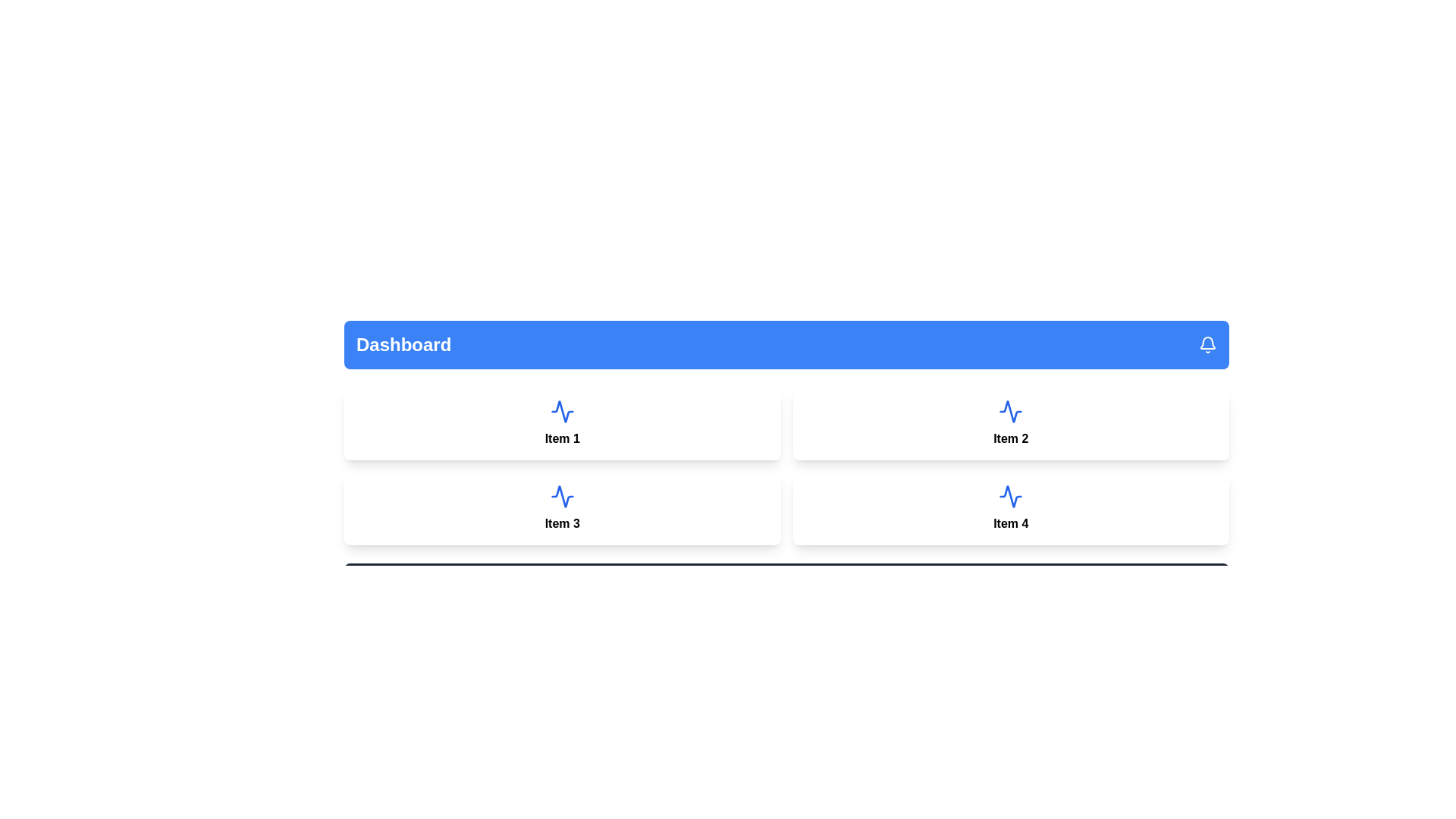 Image resolution: width=1456 pixels, height=819 pixels. What do you see at coordinates (561, 438) in the screenshot?
I see `the text label displaying 'Item 1', which is centered within a card-like structure in the bottom portion of the card` at bounding box center [561, 438].